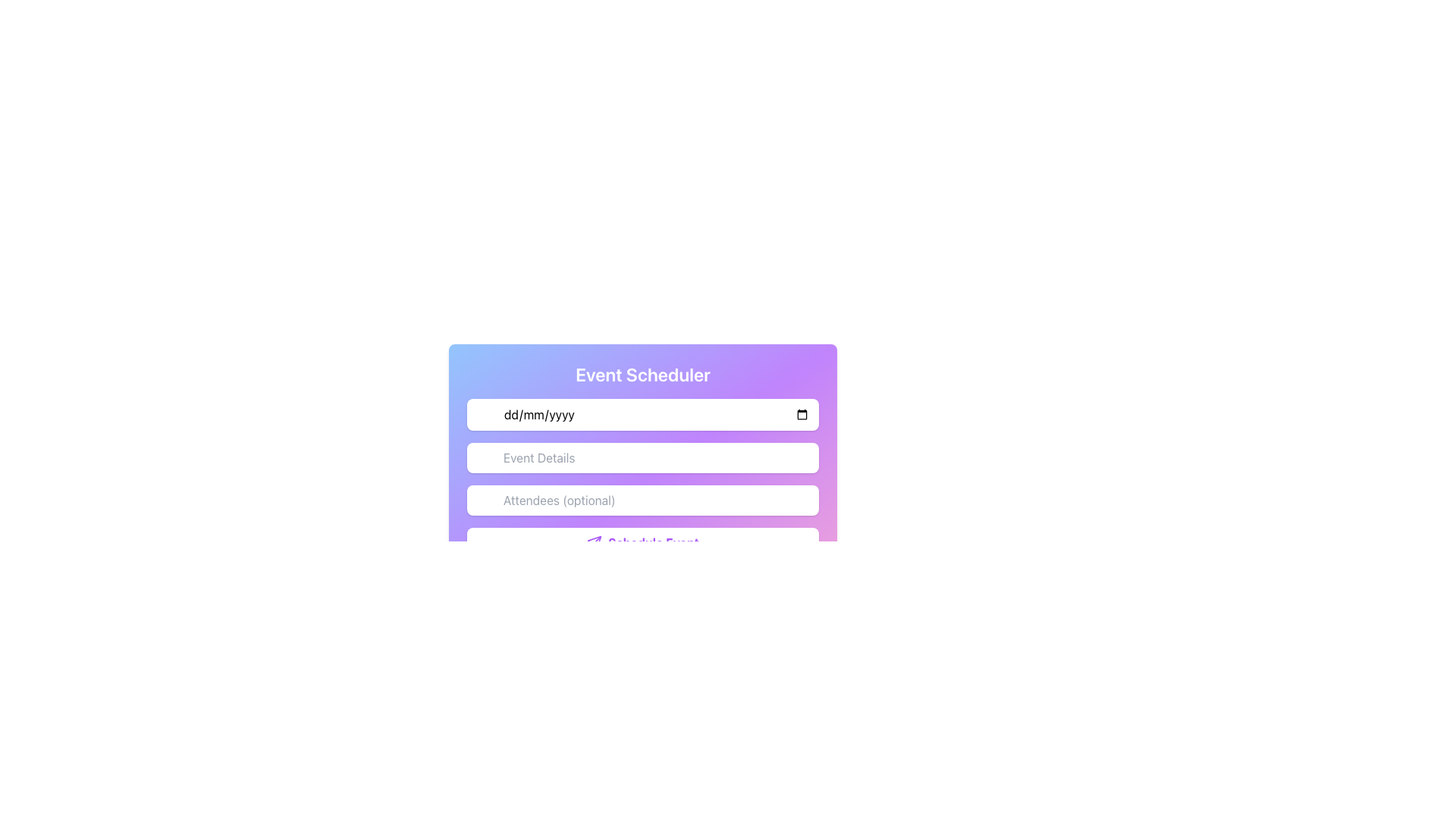 The image size is (1456, 819). Describe the element at coordinates (643, 479) in the screenshot. I see `the second text input field in the 'Event Scheduler' card component, which is located immediately below the date input field` at that location.